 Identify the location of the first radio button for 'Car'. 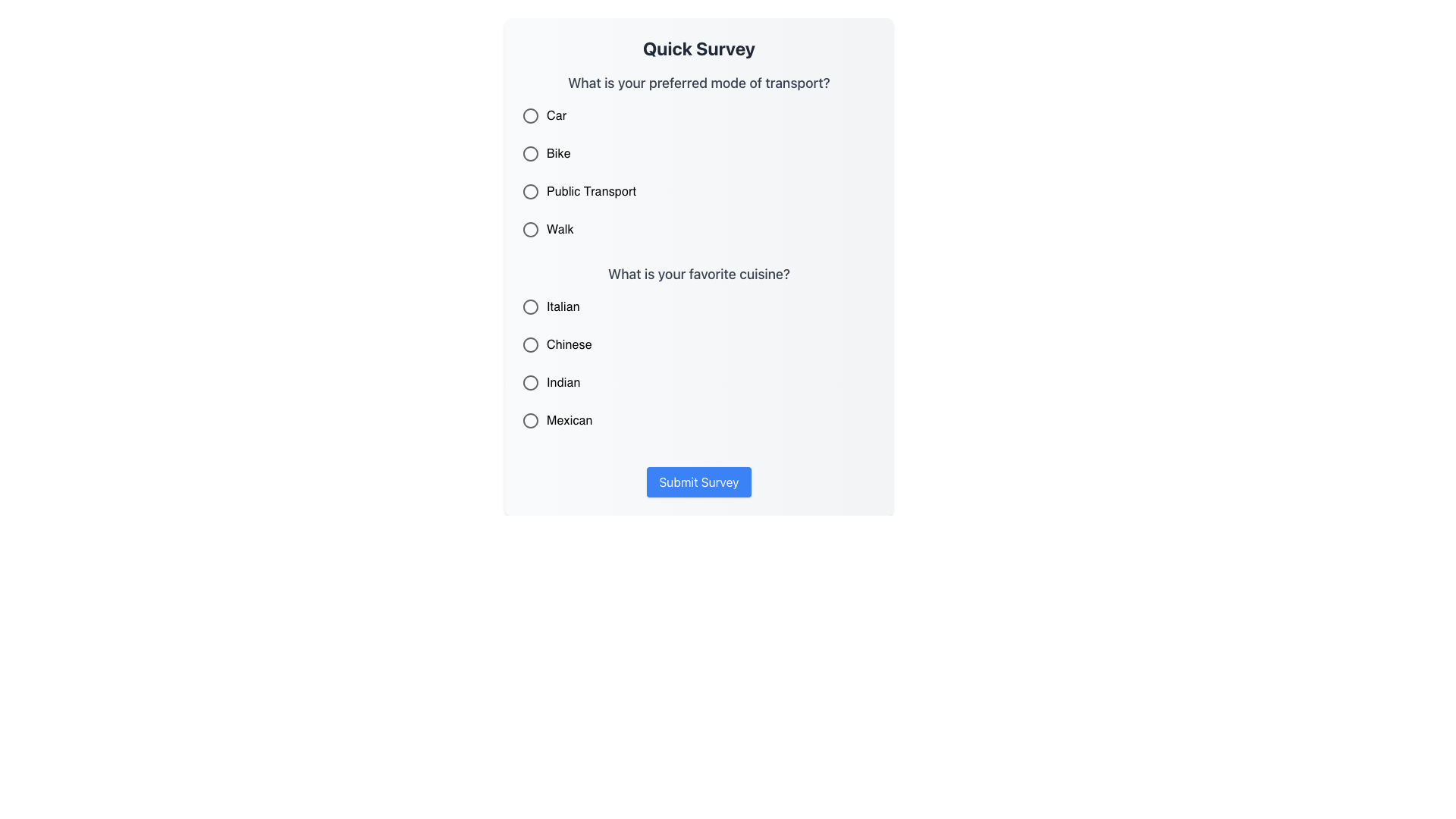
(531, 115).